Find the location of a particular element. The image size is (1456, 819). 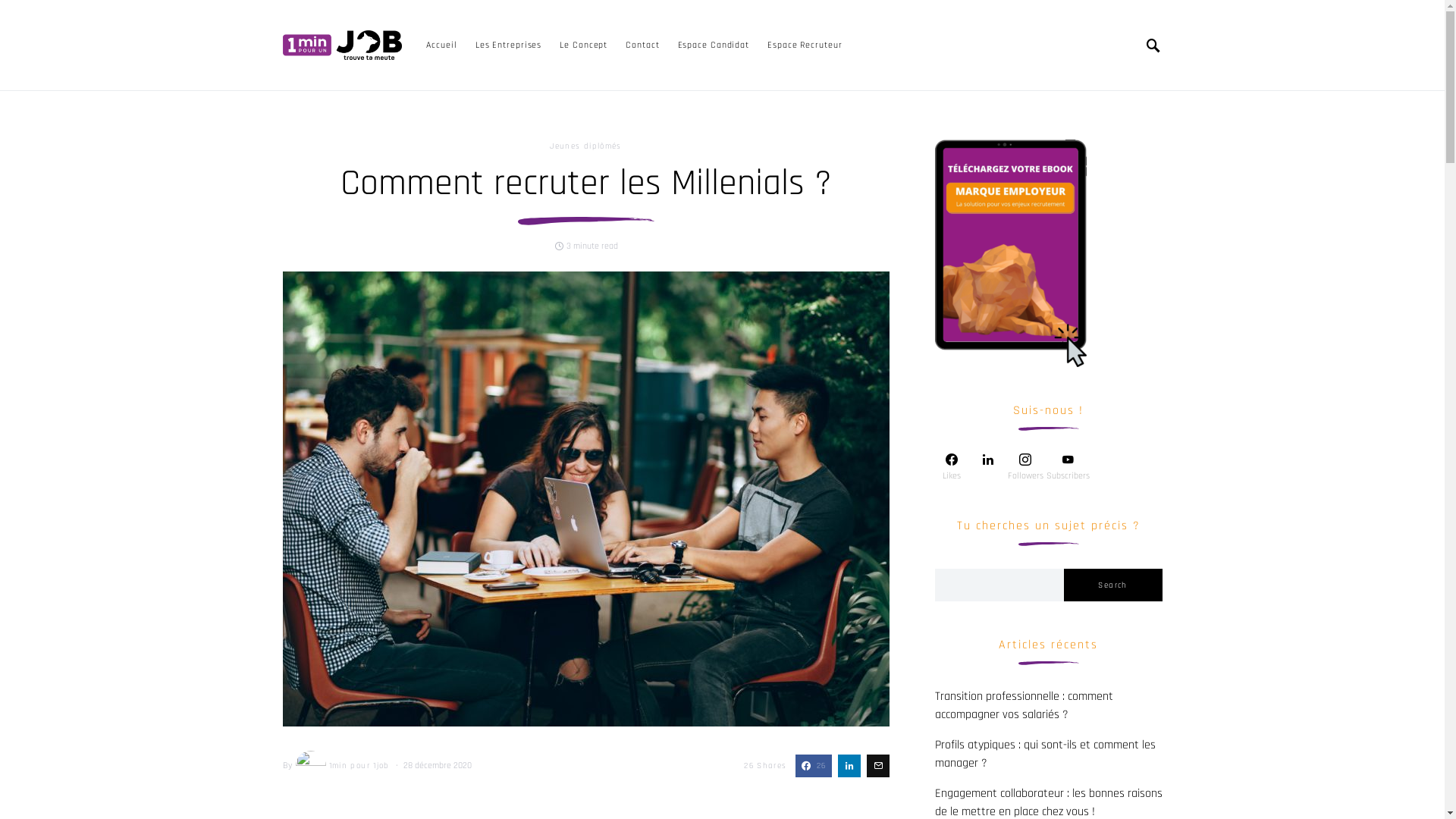

'Contact' is located at coordinates (616, 45).